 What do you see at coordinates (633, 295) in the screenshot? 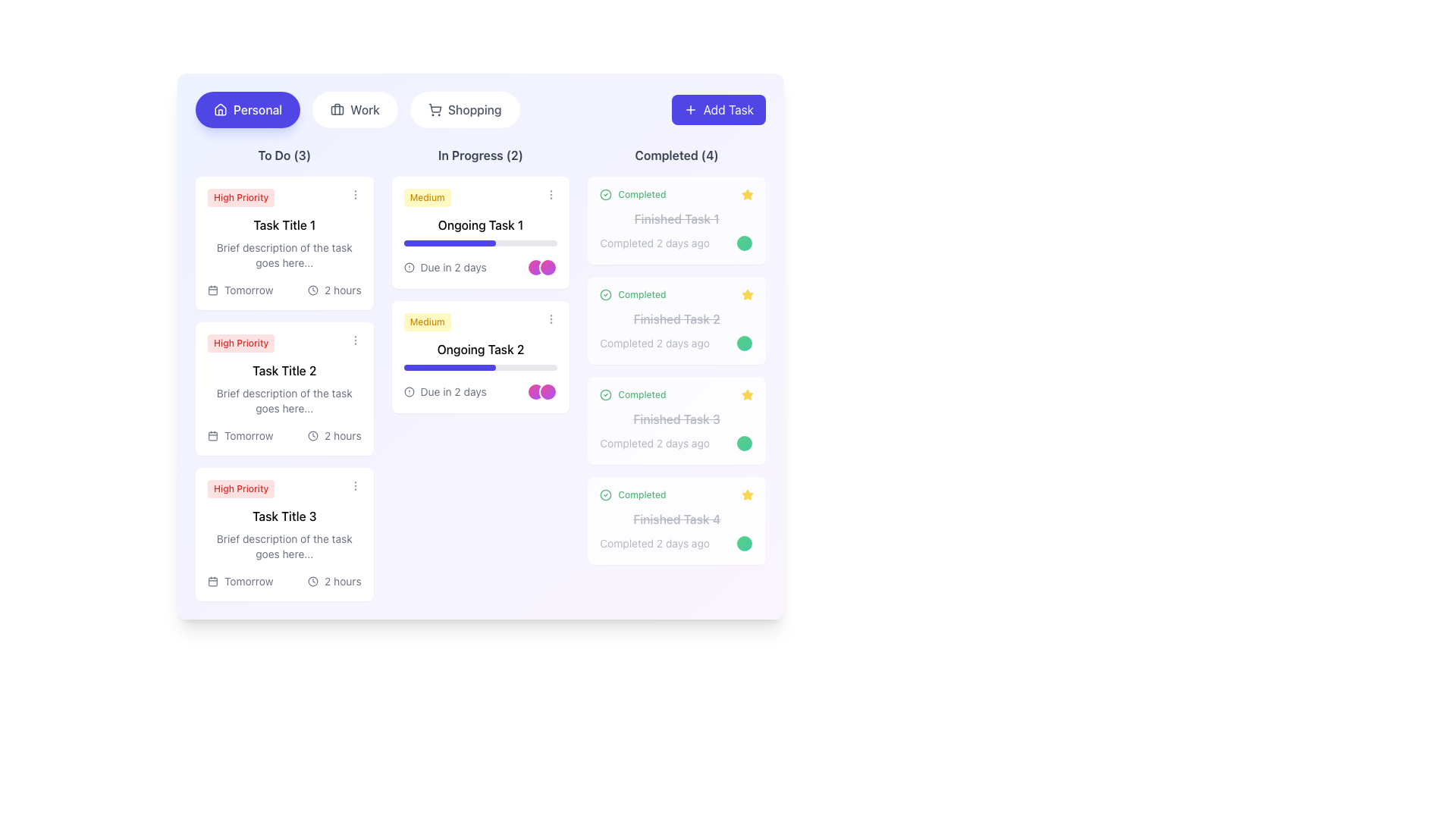
I see `the 'Completed' label with the adjacent checkmark icon, which is the top item in the second card of the 'Completed' task column` at bounding box center [633, 295].